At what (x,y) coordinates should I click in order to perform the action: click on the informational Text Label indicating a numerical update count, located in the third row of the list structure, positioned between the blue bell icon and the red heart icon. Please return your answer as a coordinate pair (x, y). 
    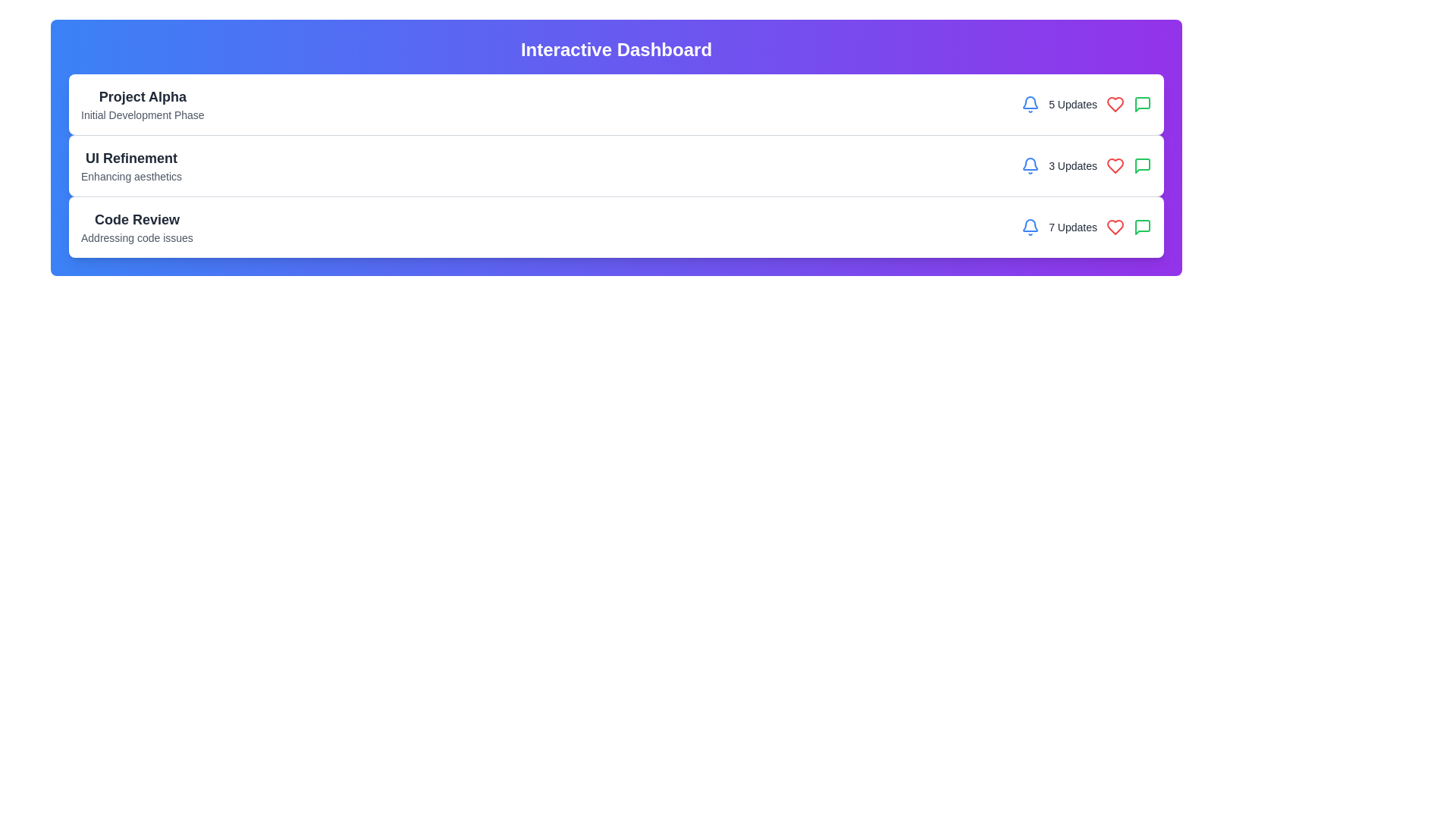
    Looking at the image, I should click on (1072, 227).